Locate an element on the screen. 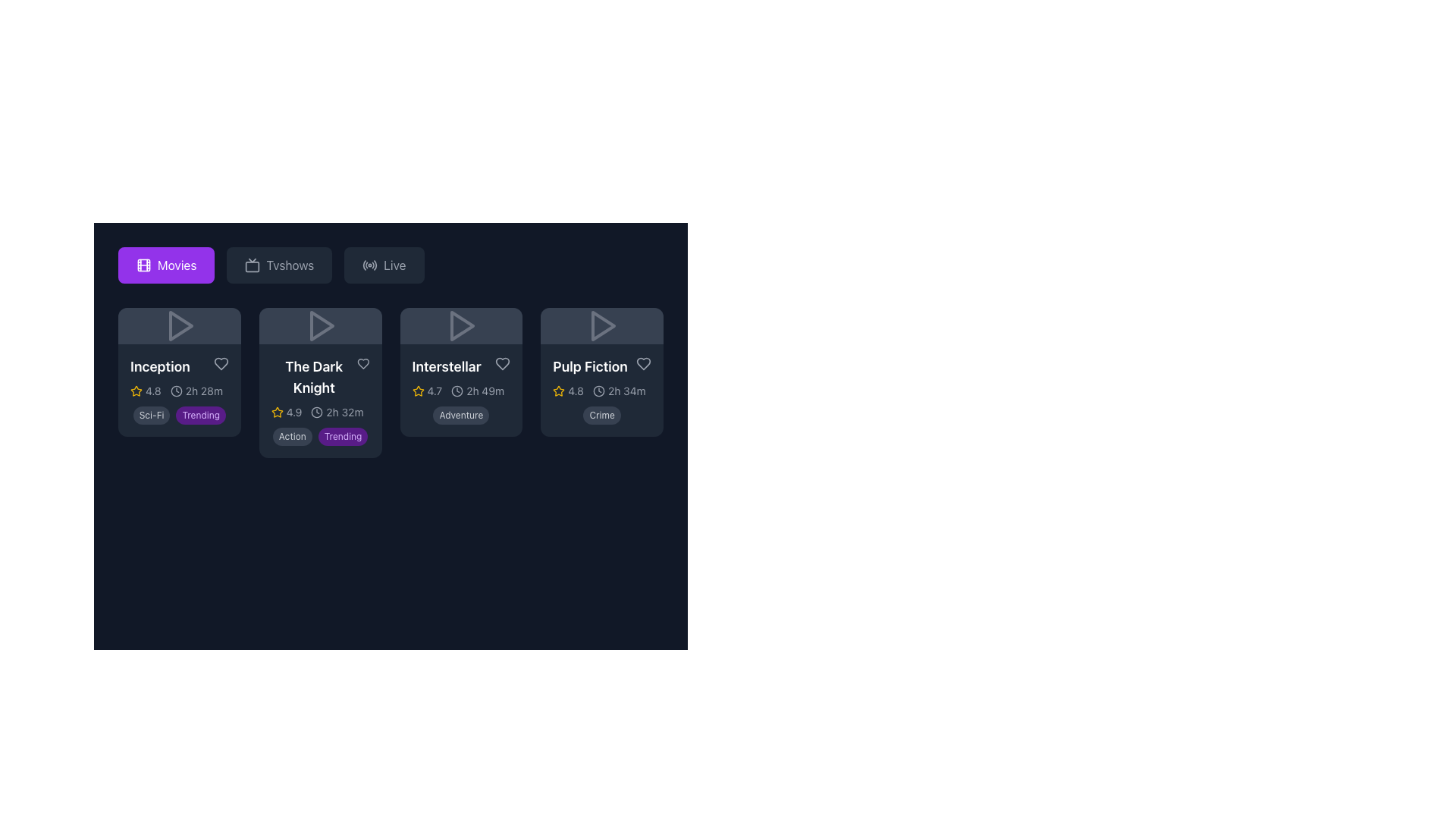 The height and width of the screenshot is (819, 1456). the text label identifying the movie 'Interstellar' located in the third card from the left is located at coordinates (460, 366).